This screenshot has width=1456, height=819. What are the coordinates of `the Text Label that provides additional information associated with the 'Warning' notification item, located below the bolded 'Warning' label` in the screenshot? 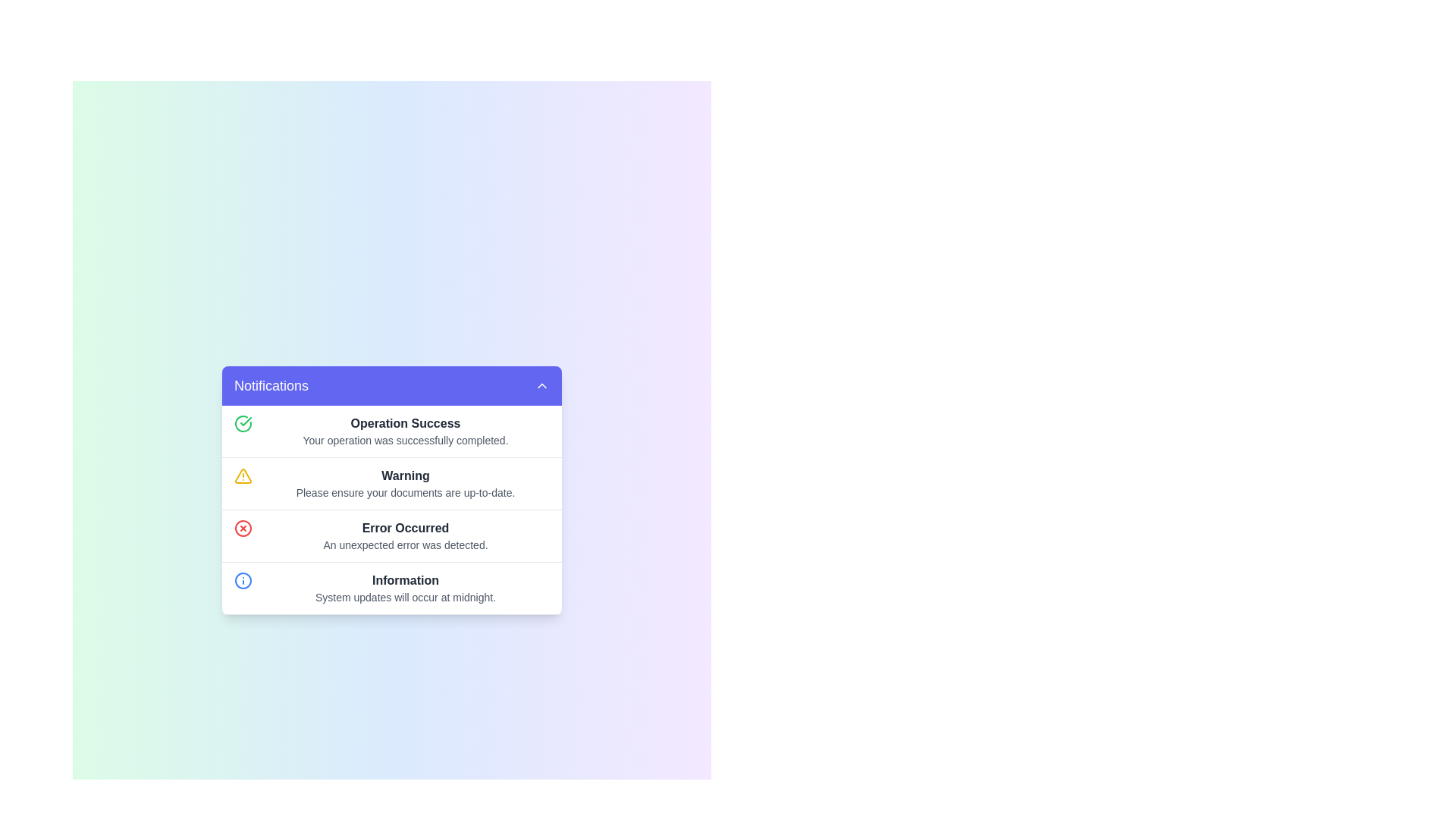 It's located at (405, 493).